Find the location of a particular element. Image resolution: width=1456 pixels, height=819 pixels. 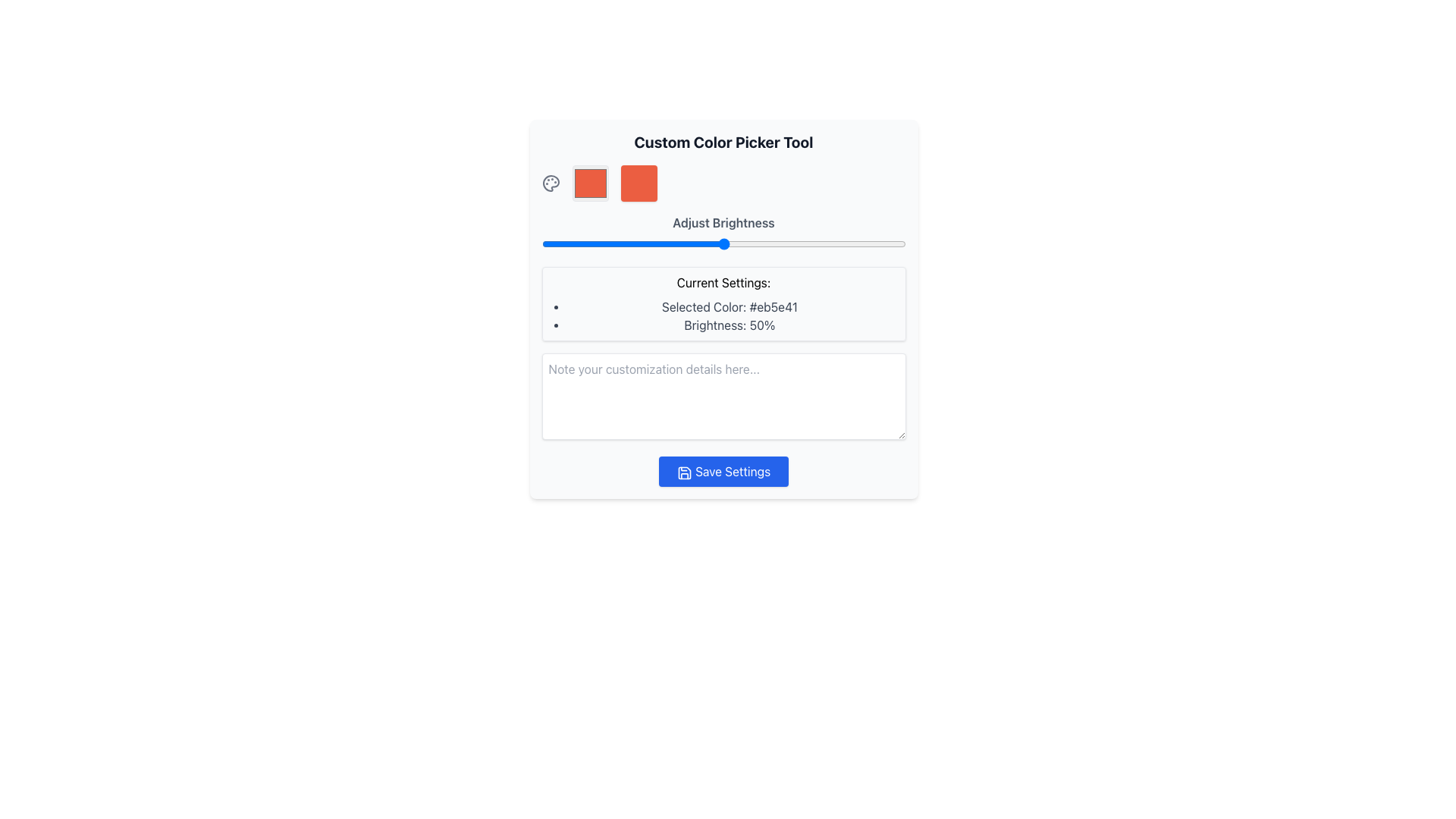

the brightness is located at coordinates (661, 243).